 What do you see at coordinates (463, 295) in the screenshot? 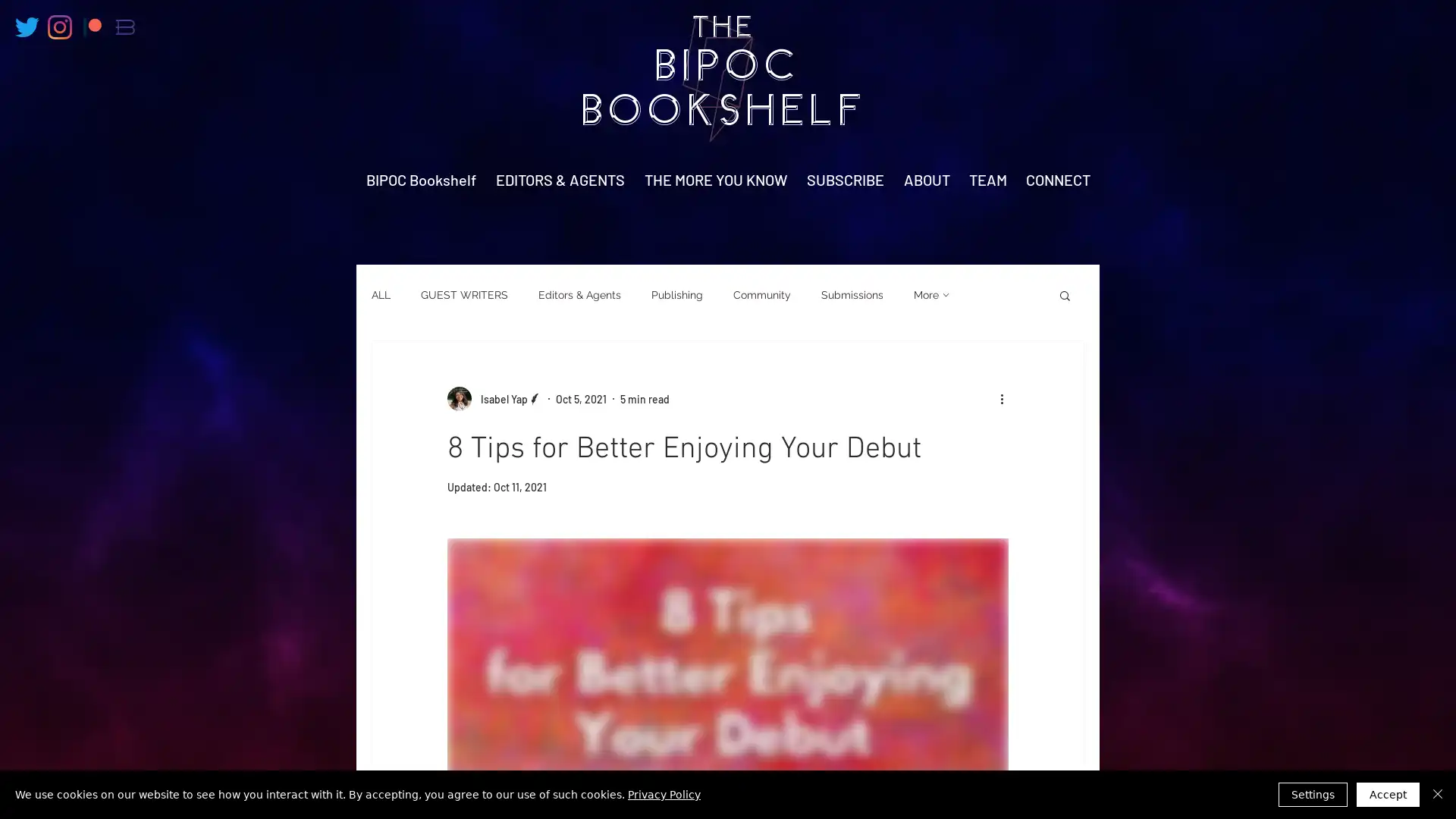
I see `GUEST WRITERS` at bounding box center [463, 295].